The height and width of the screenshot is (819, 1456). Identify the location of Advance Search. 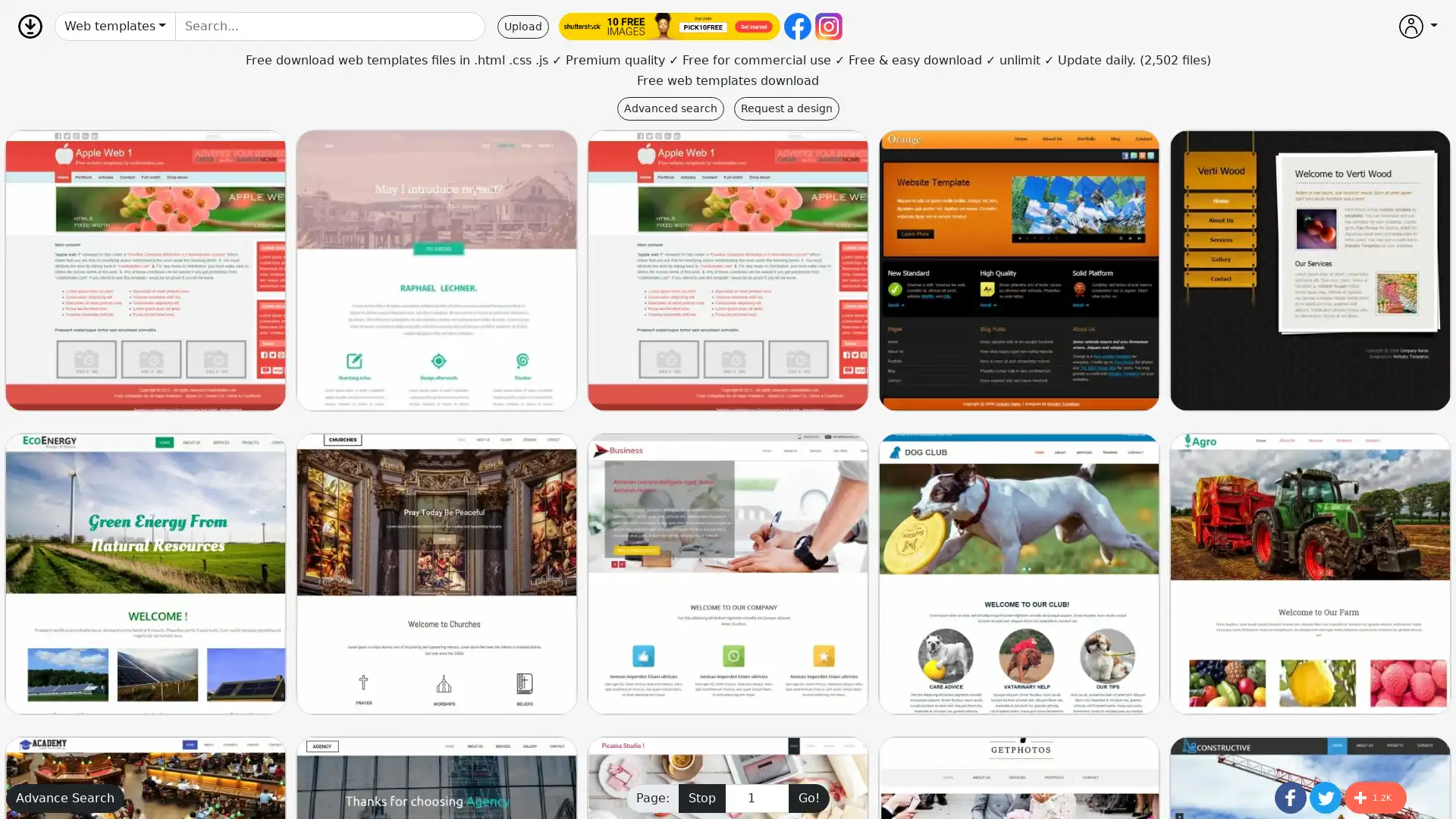
(64, 798).